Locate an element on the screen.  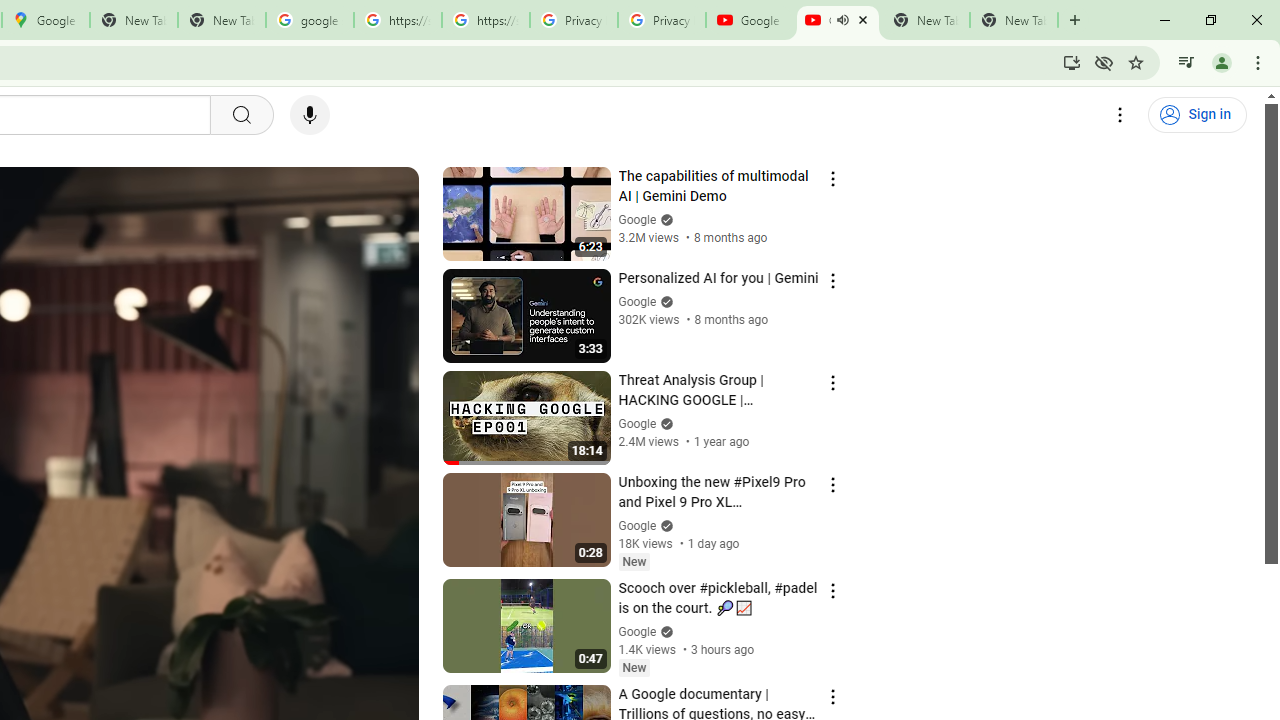
'Action menu' is located at coordinates (832, 695).